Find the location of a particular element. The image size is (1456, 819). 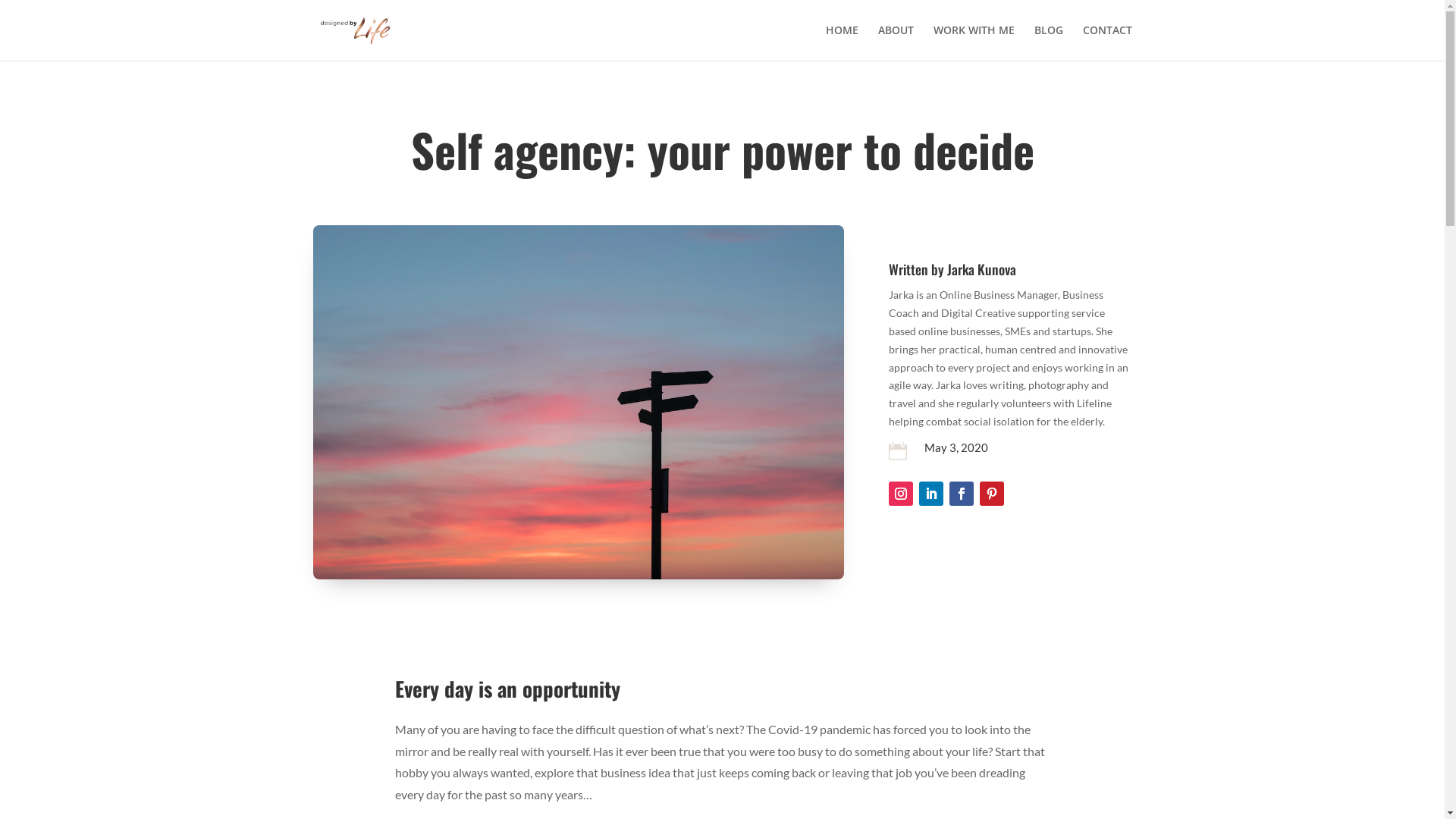

'Follow on LinkedIn' is located at coordinates (930, 494).